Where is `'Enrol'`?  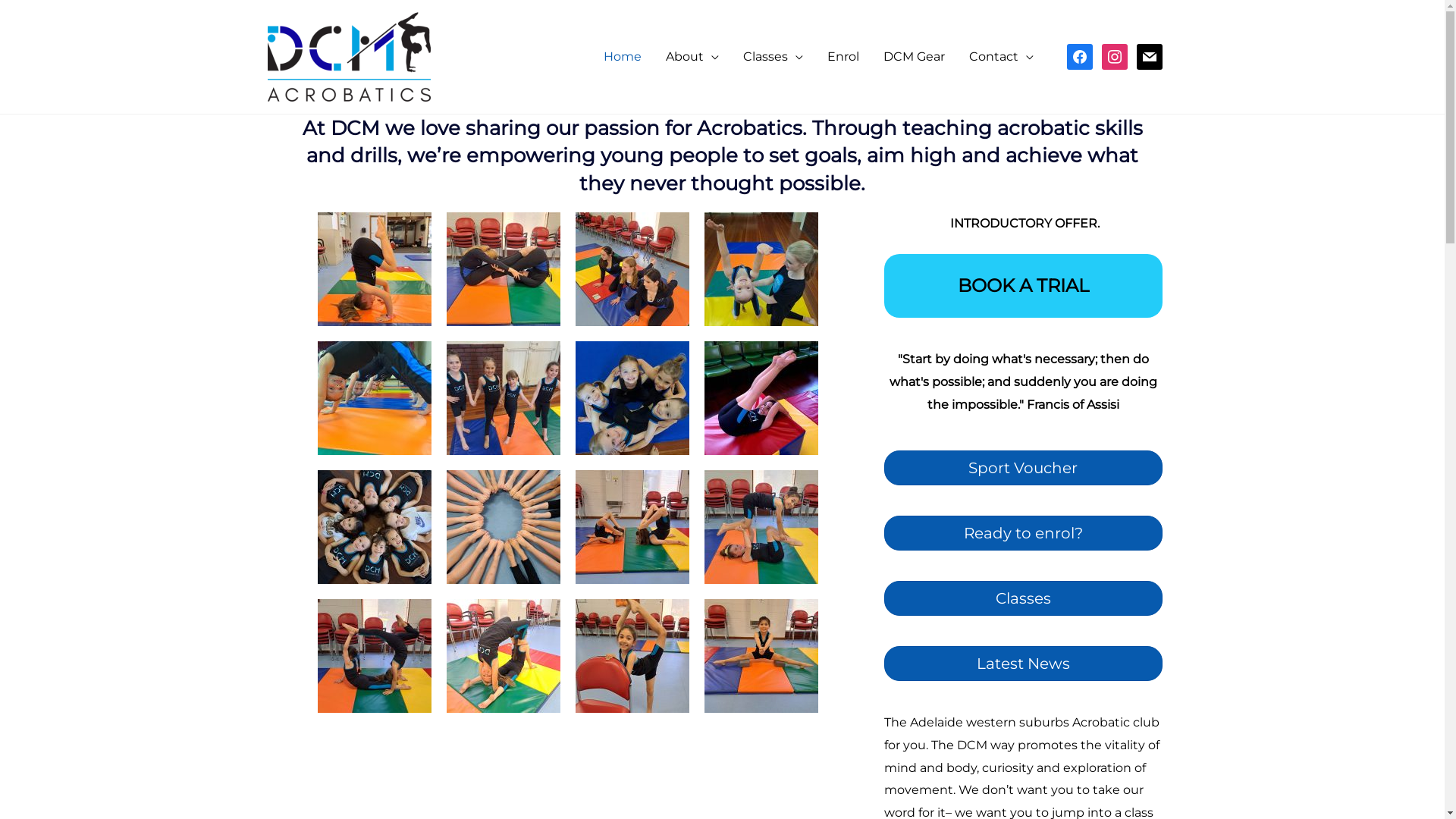
'Enrol' is located at coordinates (841, 55).